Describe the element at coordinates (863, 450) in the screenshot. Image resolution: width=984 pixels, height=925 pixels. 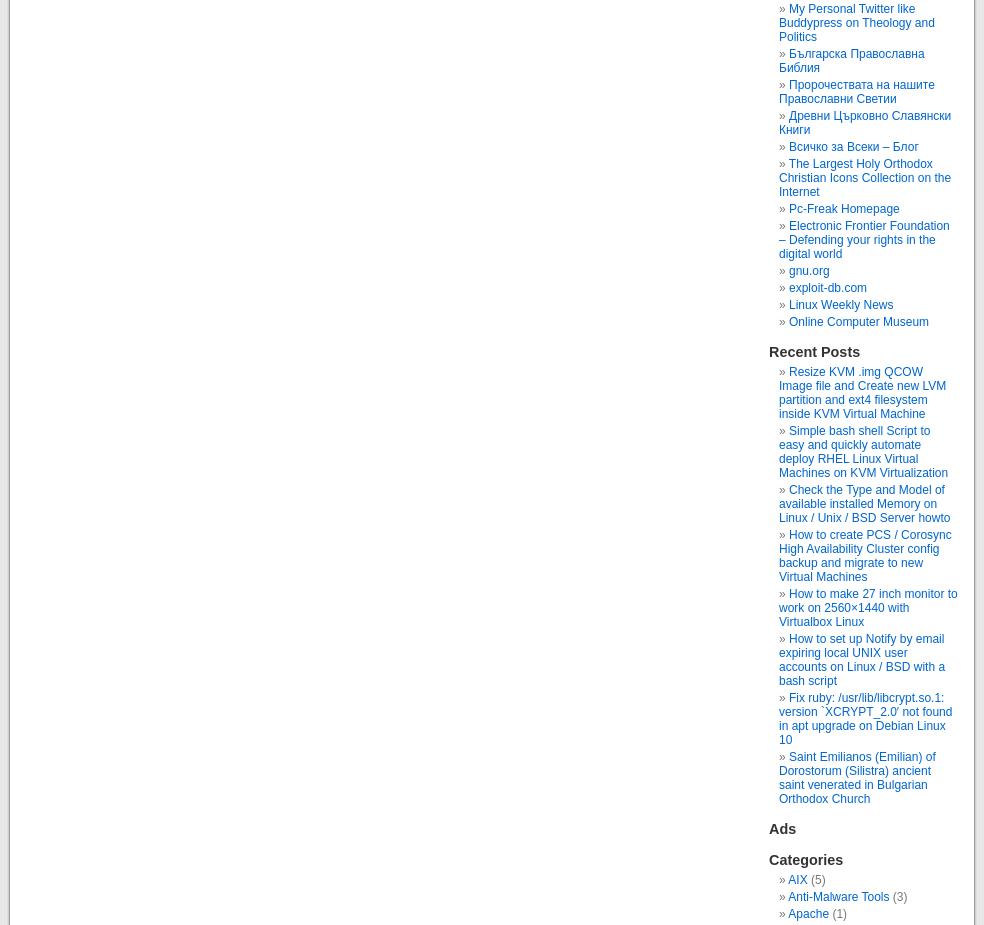
I see `'Simple bash shell Script to easy and quickly automate deploy RHEL Linux Virtual Machines on KVM Virtualization'` at that location.